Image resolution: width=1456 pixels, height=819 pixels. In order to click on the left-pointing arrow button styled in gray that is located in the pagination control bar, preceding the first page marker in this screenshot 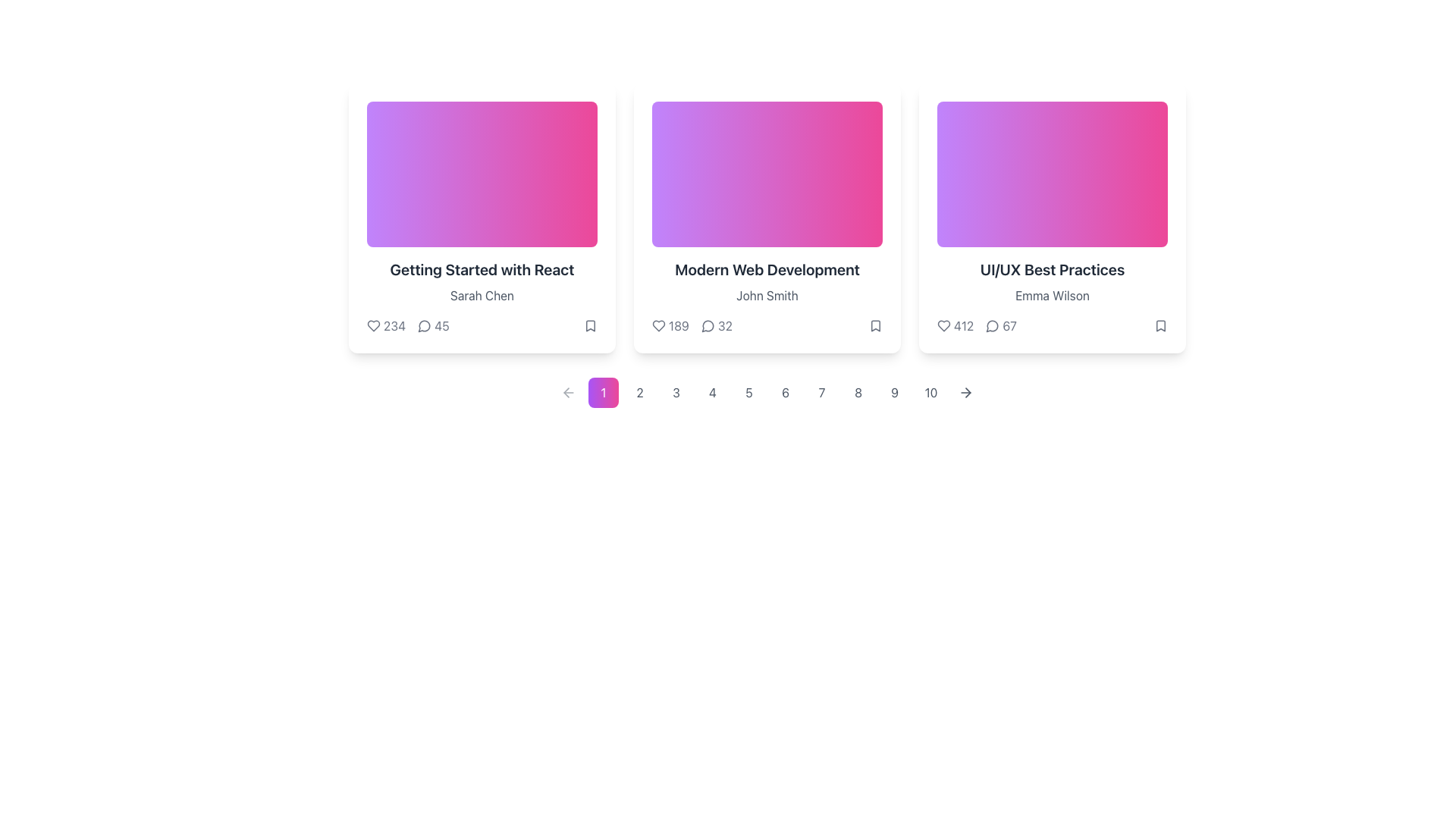, I will do `click(567, 391)`.